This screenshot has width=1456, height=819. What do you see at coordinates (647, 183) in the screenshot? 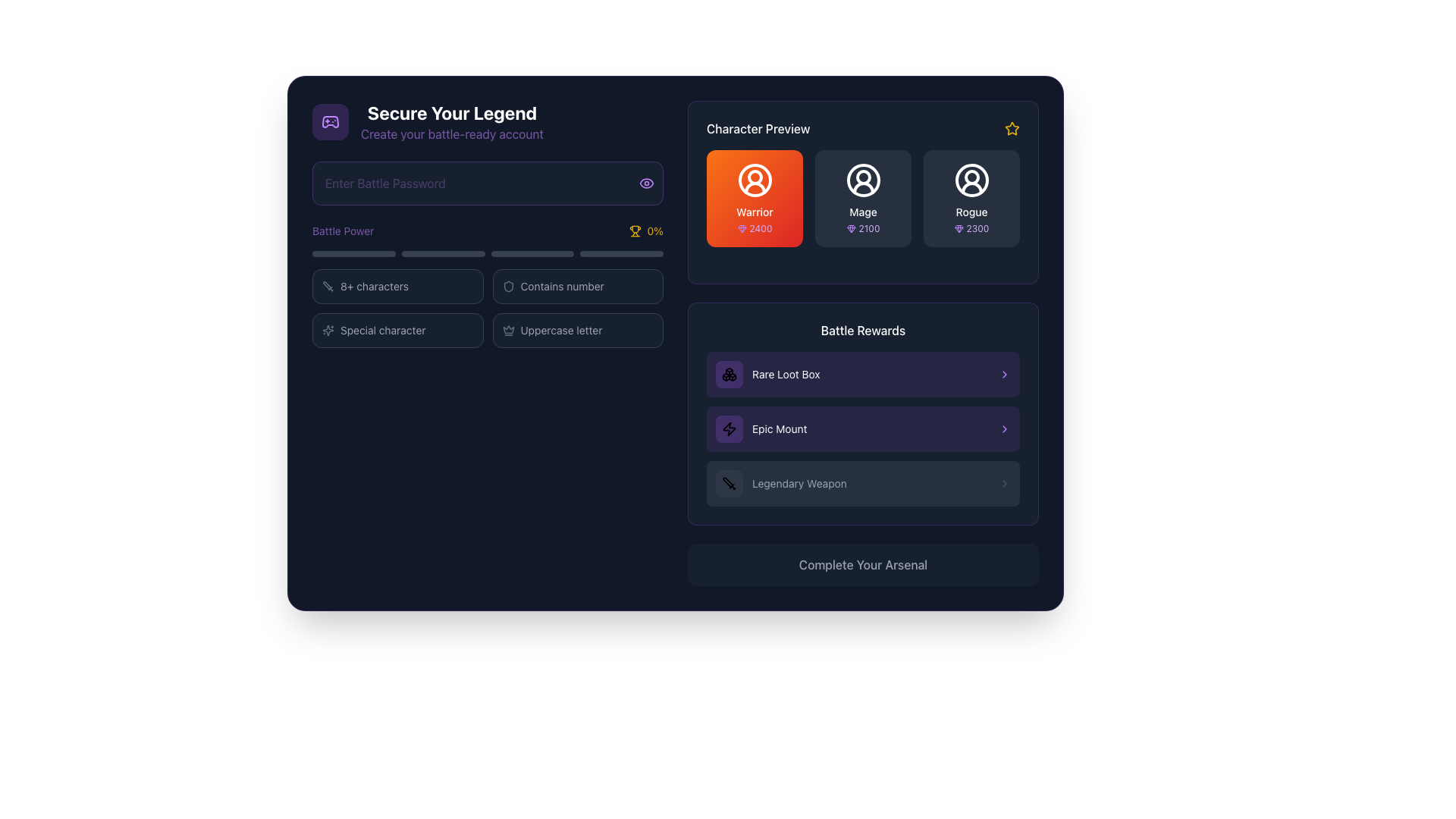
I see `the eye-shaped purple button located at the rightmost edge of the 'Enter Battle Password' input field to potentially display a tooltip` at bounding box center [647, 183].